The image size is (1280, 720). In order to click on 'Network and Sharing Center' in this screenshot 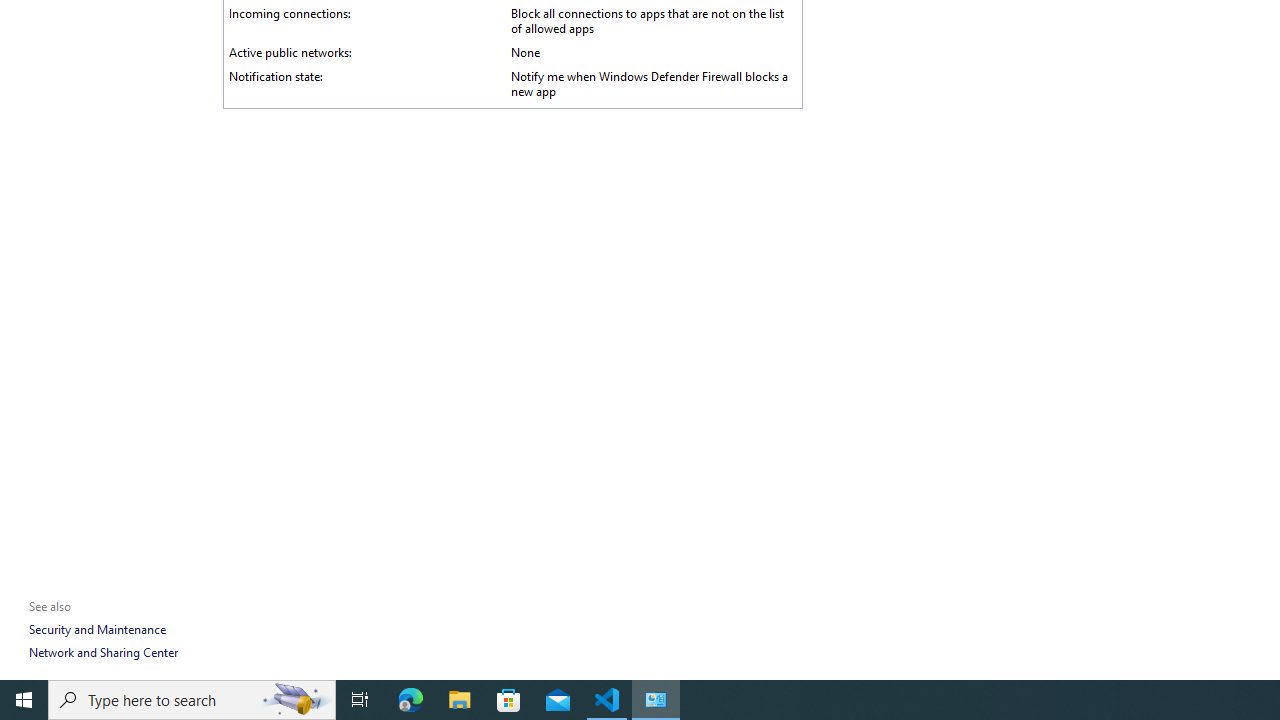, I will do `click(102, 652)`.